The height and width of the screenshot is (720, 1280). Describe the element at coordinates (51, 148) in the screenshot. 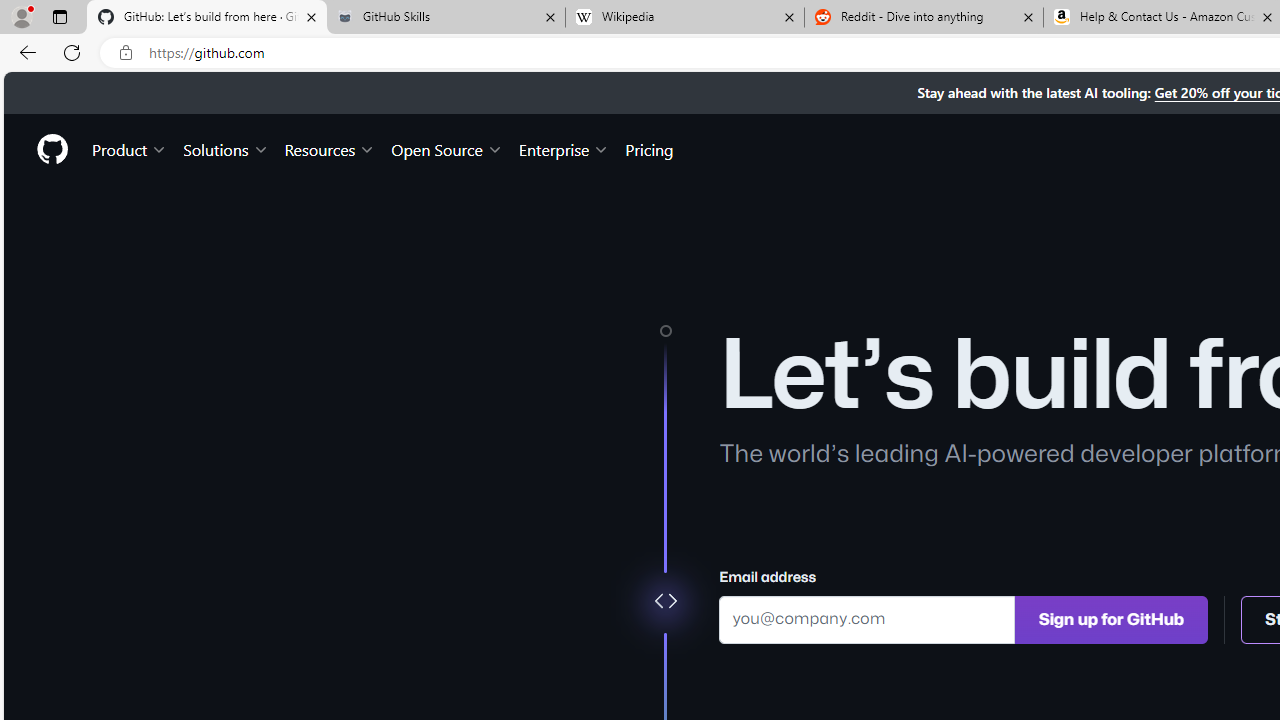

I see `'Homepage'` at that location.